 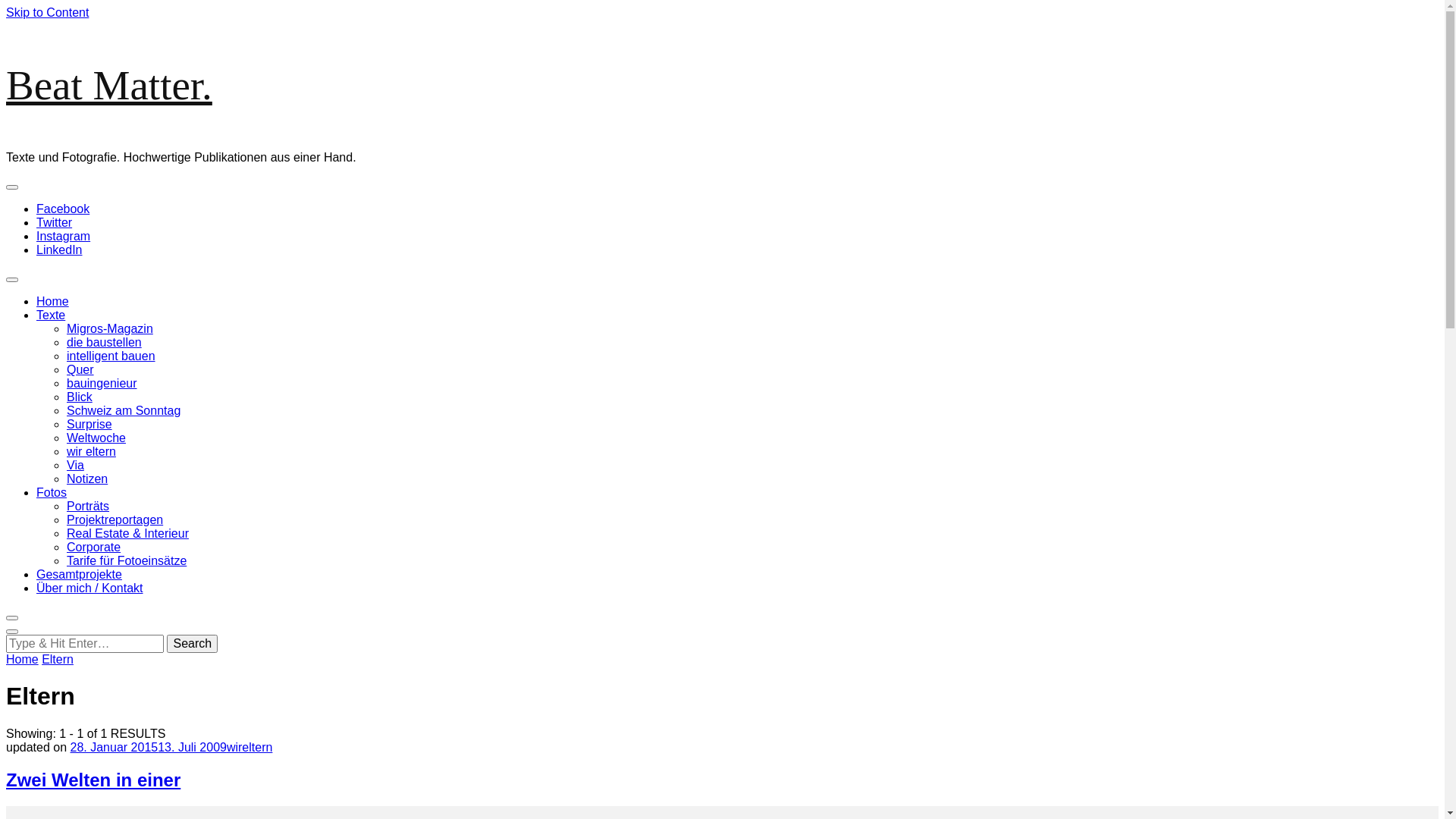 What do you see at coordinates (36, 249) in the screenshot?
I see `'LinkedIn'` at bounding box center [36, 249].